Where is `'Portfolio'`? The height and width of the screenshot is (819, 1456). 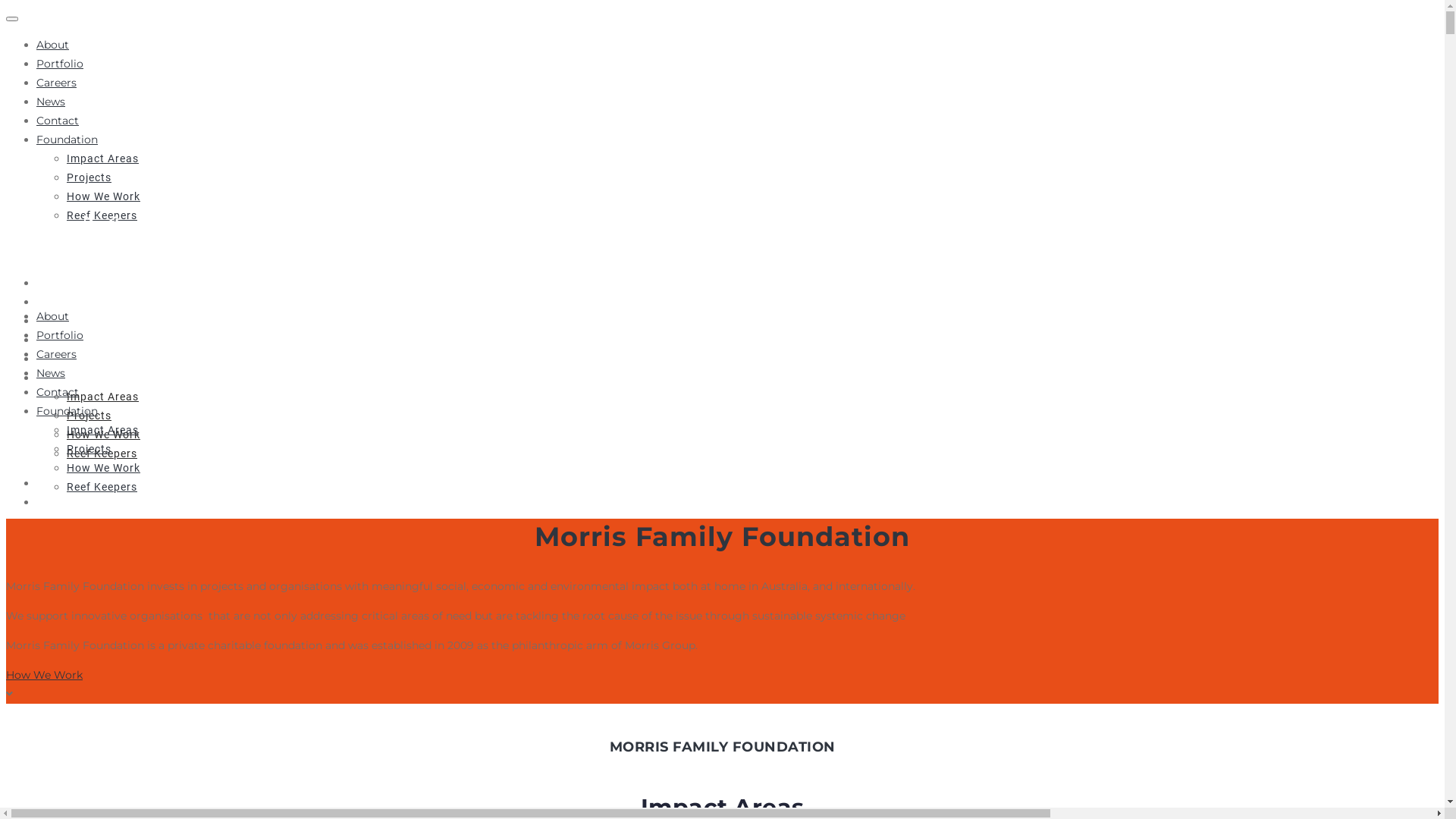 'Portfolio' is located at coordinates (59, 334).